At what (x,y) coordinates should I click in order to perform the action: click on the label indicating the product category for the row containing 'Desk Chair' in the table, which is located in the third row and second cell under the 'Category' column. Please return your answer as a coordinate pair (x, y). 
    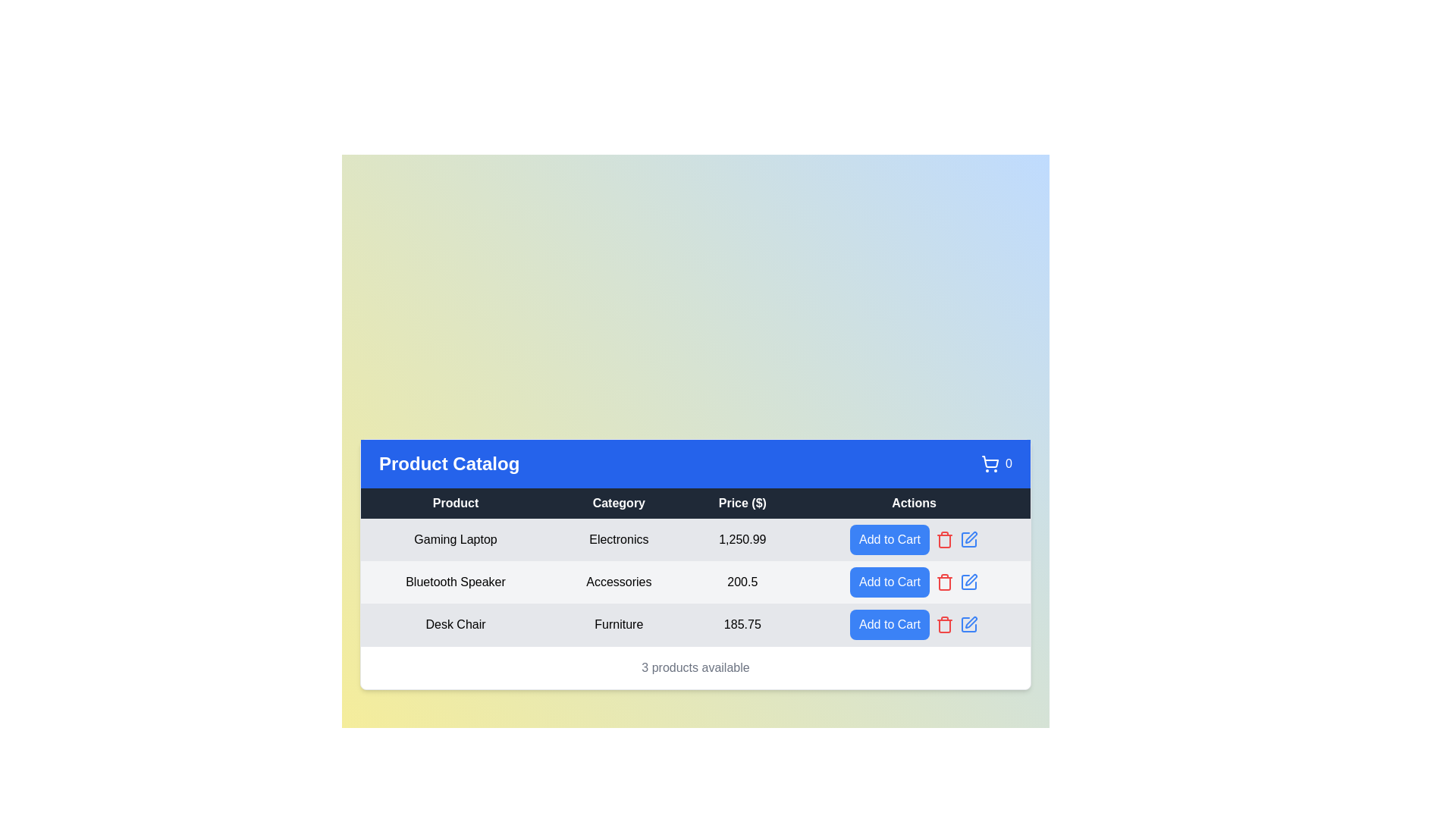
    Looking at the image, I should click on (619, 624).